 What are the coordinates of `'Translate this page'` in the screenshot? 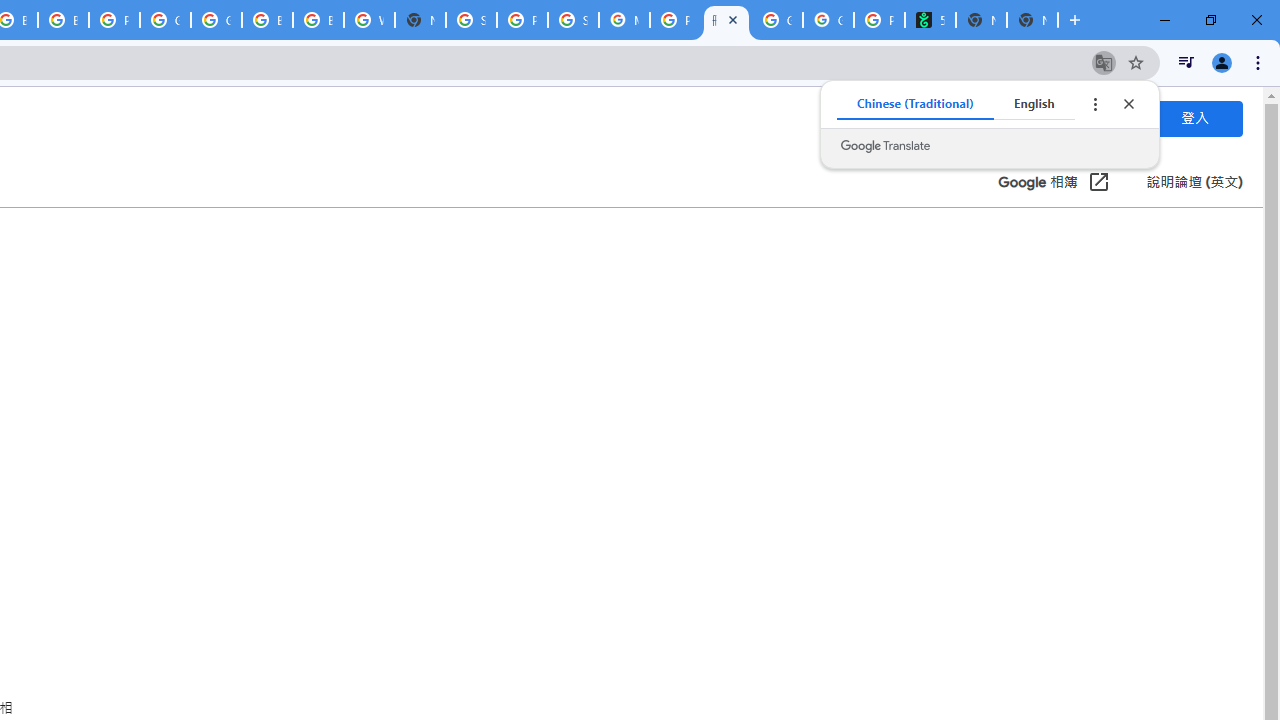 It's located at (1103, 61).